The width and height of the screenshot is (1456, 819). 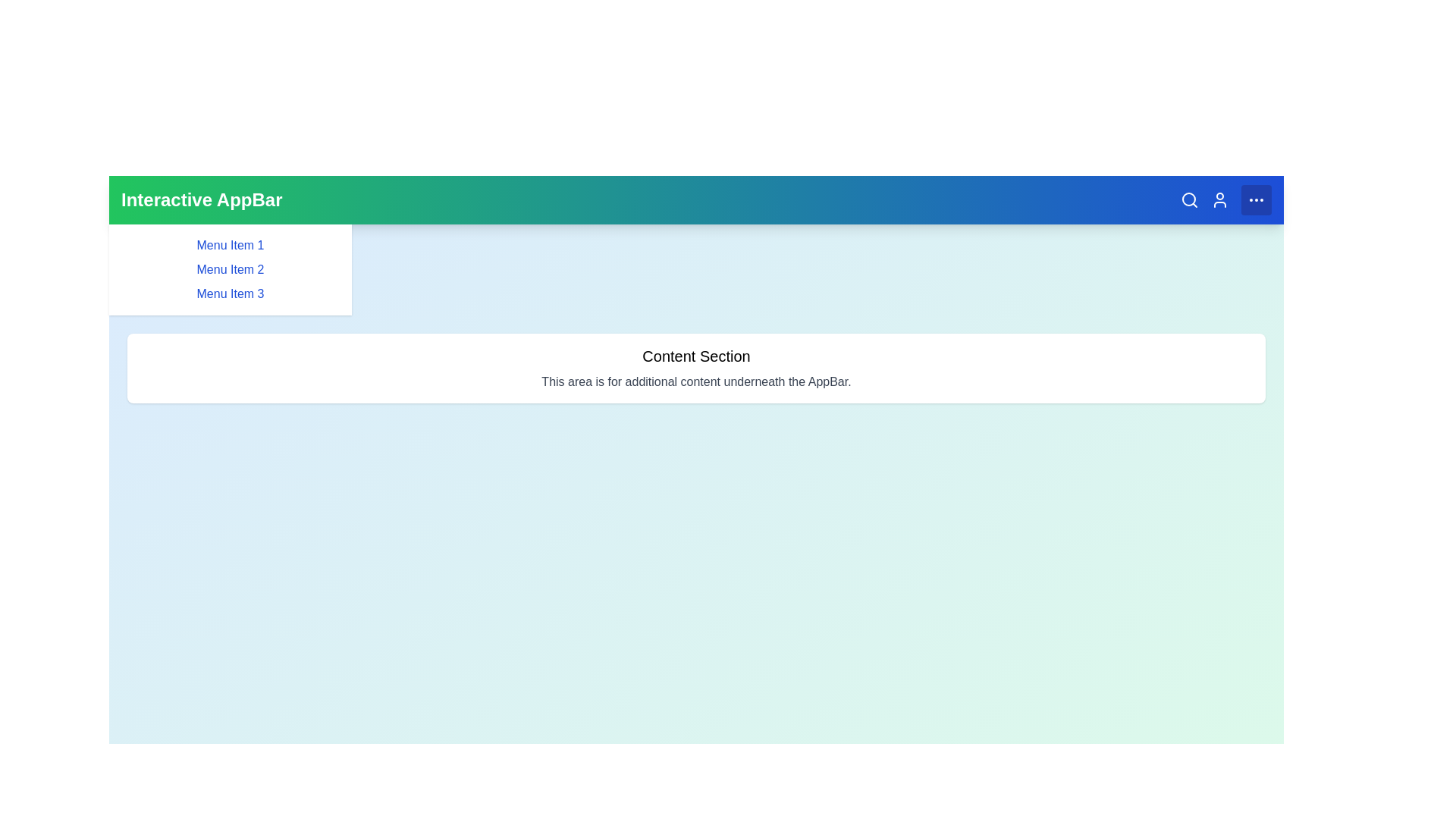 I want to click on the header title 'Interactive AppBar', so click(x=200, y=199).